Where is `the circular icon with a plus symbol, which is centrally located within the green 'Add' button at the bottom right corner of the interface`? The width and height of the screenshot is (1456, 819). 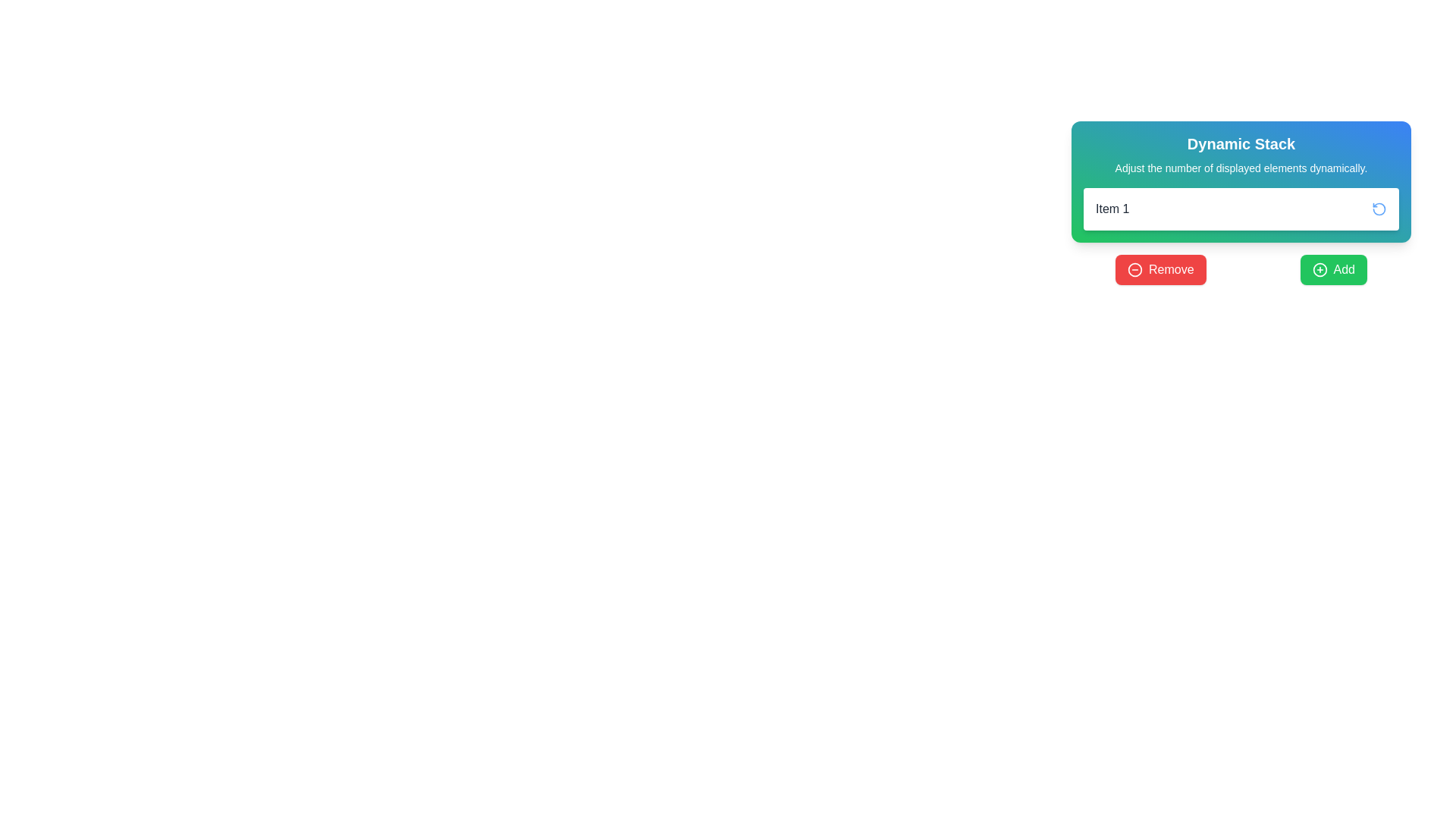 the circular icon with a plus symbol, which is centrally located within the green 'Add' button at the bottom right corner of the interface is located at coordinates (1319, 268).